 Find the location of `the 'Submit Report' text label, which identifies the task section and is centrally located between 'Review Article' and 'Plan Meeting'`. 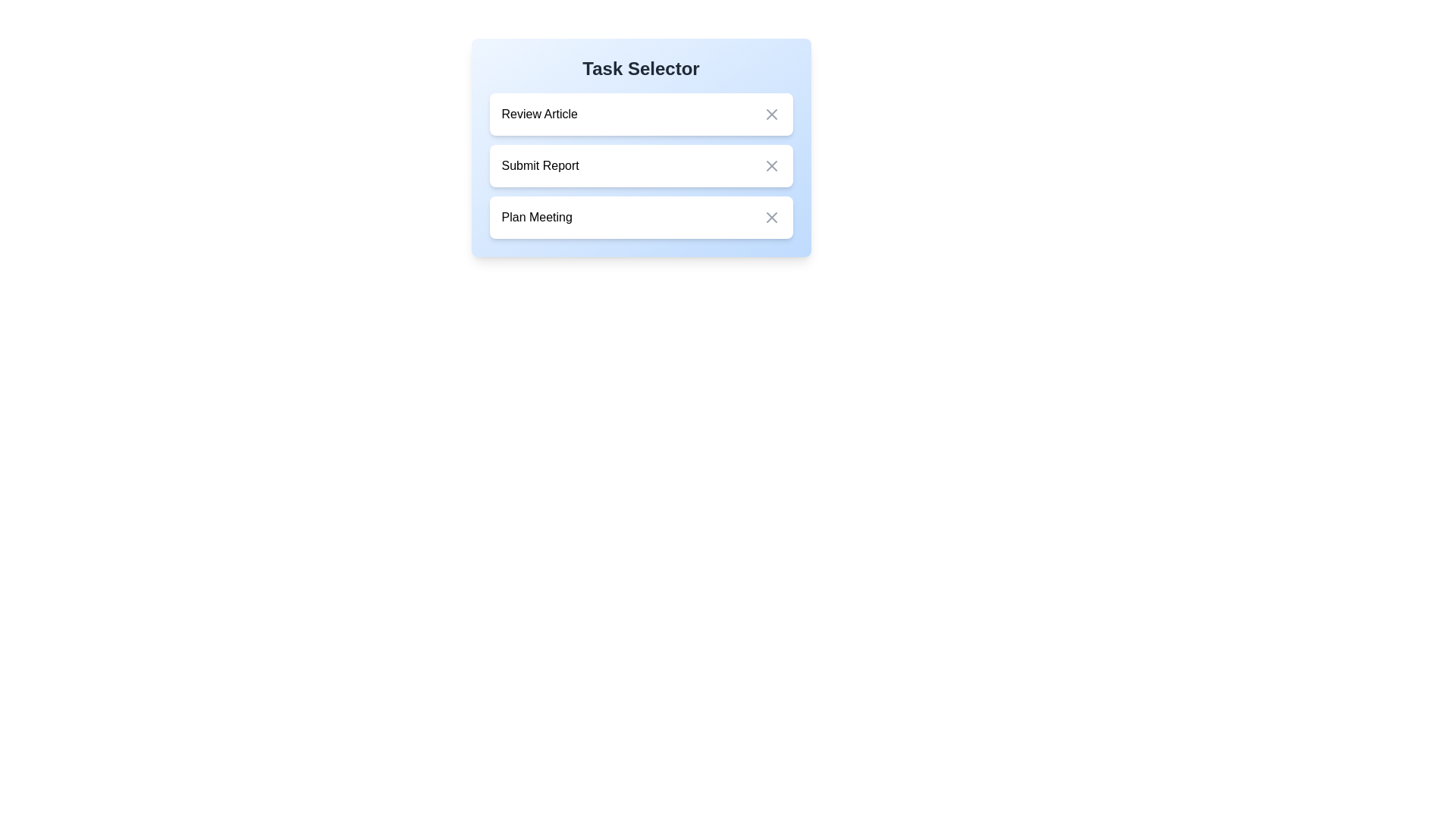

the 'Submit Report' text label, which identifies the task section and is centrally located between 'Review Article' and 'Plan Meeting' is located at coordinates (540, 166).